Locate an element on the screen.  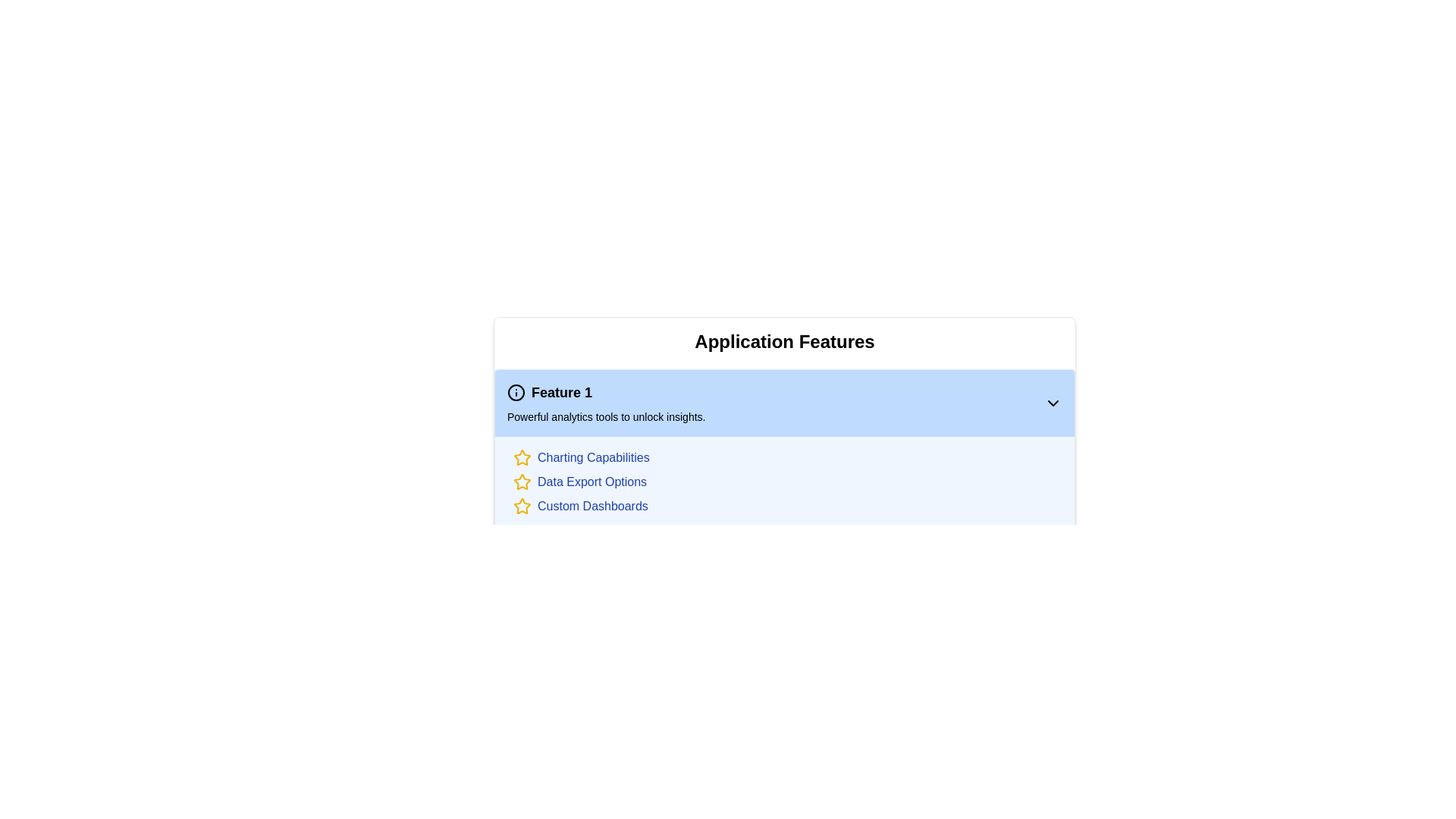
the information provided by the Text Display element that includes the heading 'Feature 1' and the description 'Powerful analytics tools to unlock insights.' is located at coordinates (605, 403).